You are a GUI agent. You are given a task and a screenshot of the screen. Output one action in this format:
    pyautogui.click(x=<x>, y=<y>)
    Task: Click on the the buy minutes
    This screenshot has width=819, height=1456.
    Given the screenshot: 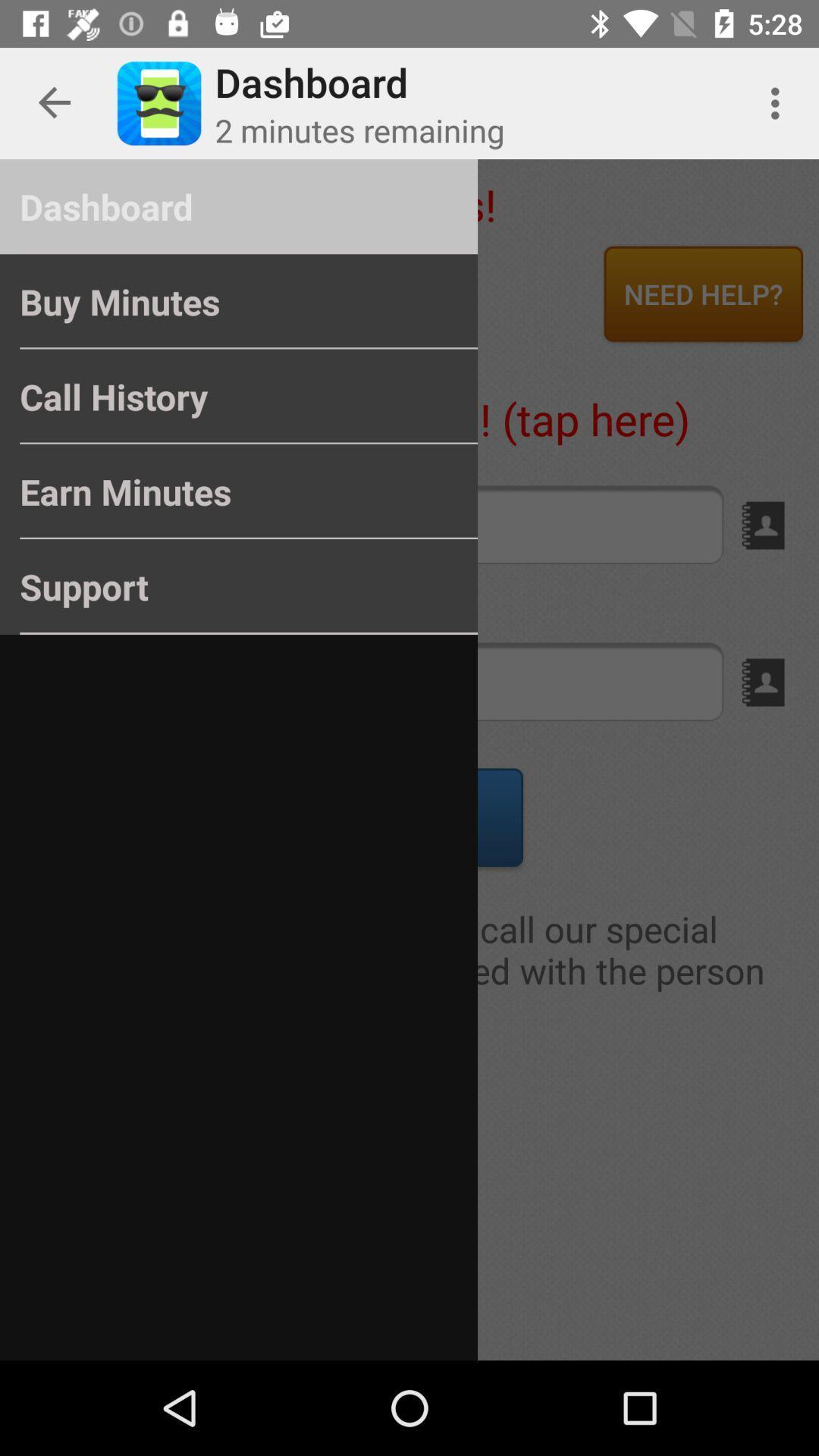 What is the action you would take?
    pyautogui.click(x=185, y=287)
    